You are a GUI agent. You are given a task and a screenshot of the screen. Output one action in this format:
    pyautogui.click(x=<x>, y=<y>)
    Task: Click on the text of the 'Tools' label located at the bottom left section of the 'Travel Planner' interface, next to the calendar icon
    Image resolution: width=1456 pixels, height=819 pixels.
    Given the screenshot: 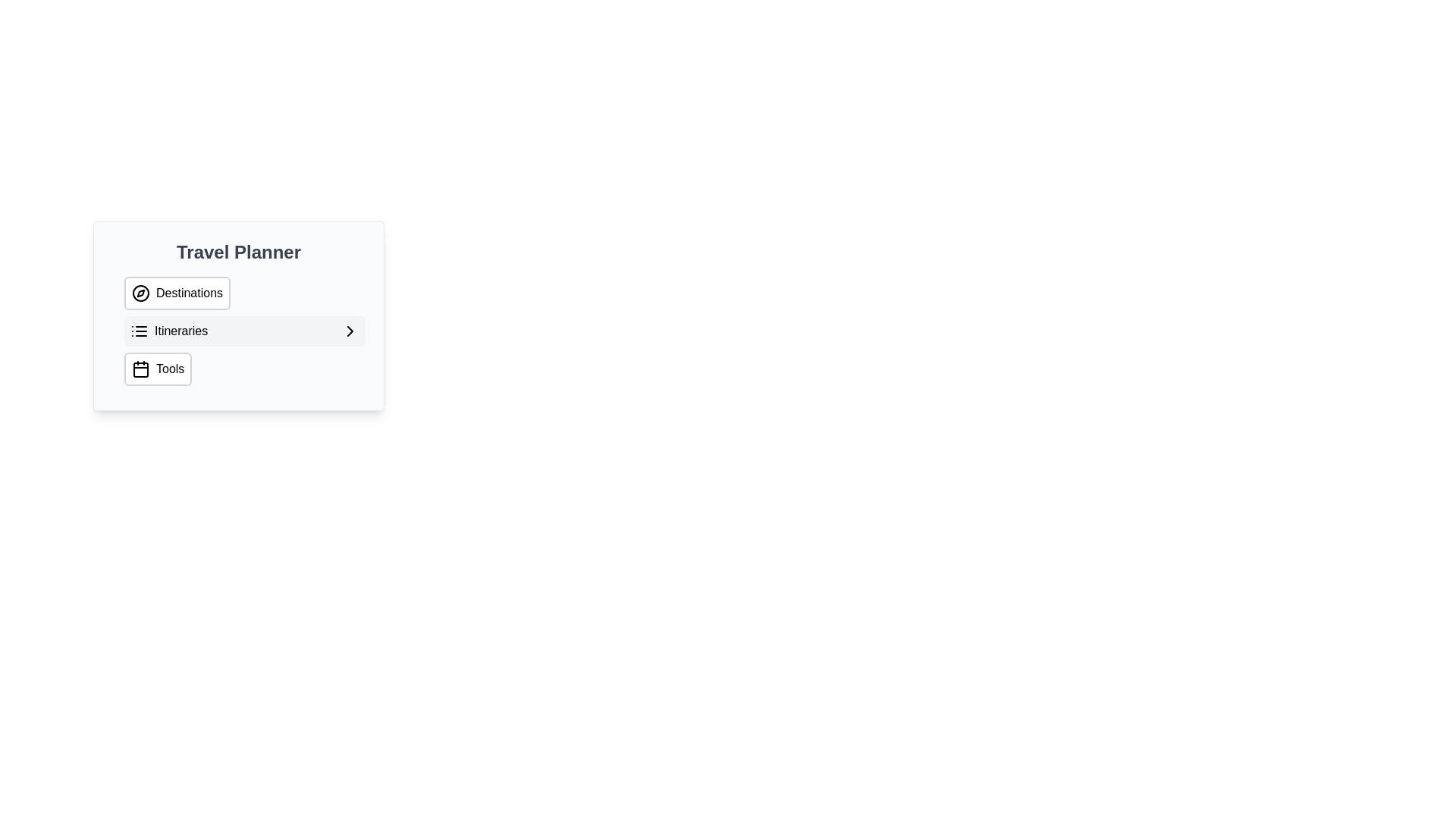 What is the action you would take?
    pyautogui.click(x=170, y=369)
    